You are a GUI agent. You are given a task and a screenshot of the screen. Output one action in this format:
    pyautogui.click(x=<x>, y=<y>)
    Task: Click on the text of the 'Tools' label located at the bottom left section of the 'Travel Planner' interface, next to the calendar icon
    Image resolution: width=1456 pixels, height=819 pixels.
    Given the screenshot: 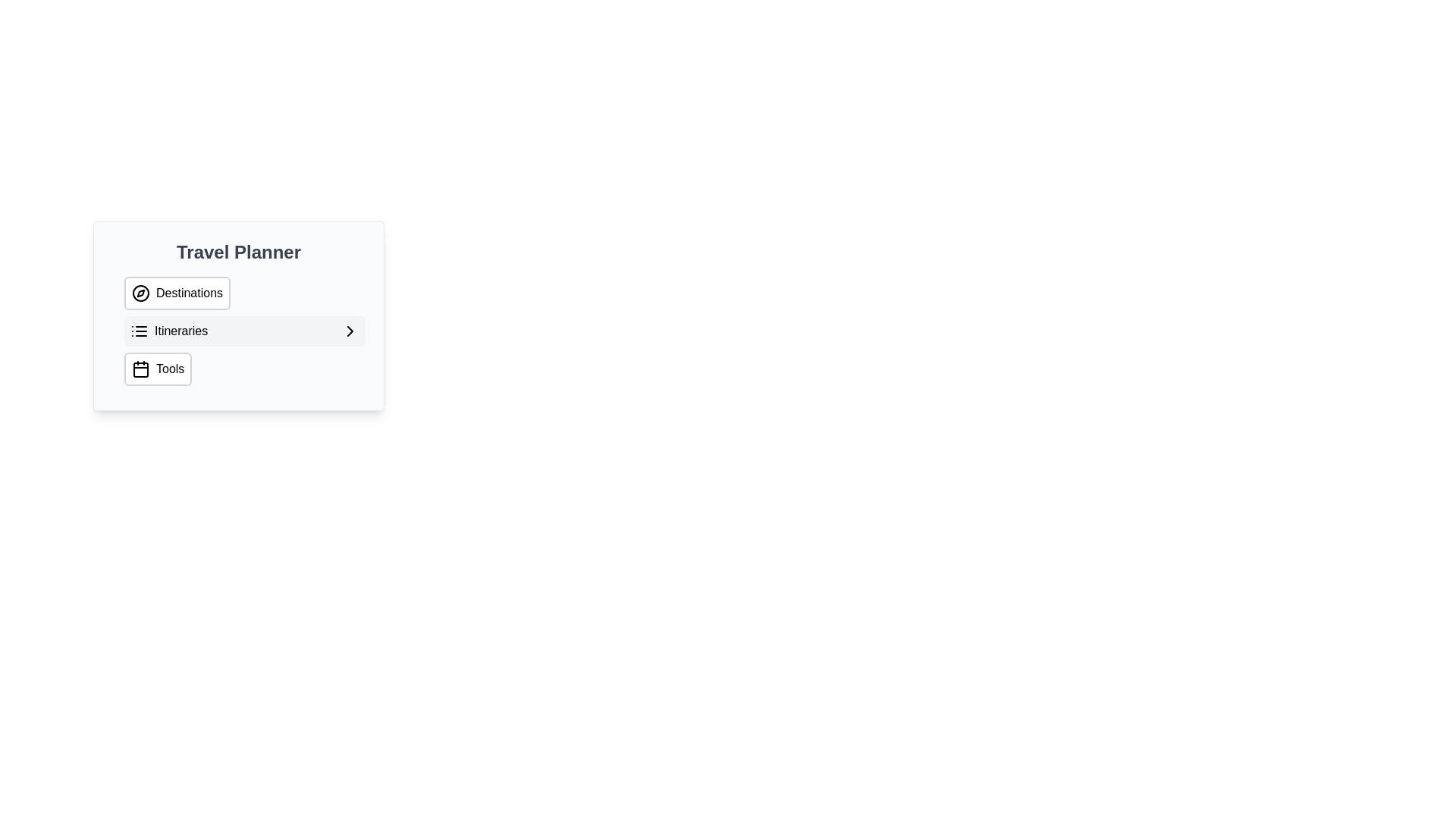 What is the action you would take?
    pyautogui.click(x=170, y=369)
    